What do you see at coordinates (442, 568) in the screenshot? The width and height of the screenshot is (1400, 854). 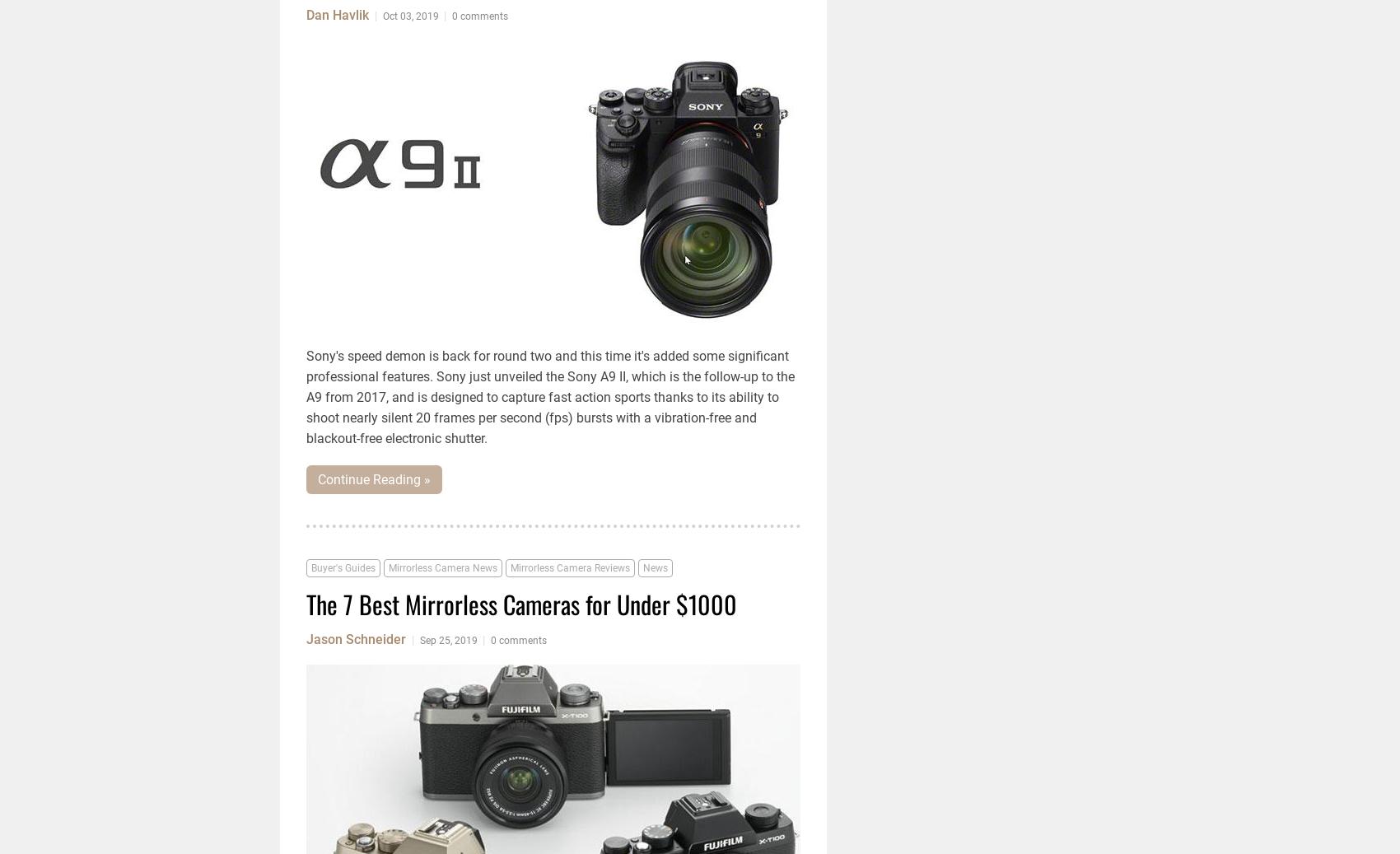 I see `'Mirrorless Camera News'` at bounding box center [442, 568].